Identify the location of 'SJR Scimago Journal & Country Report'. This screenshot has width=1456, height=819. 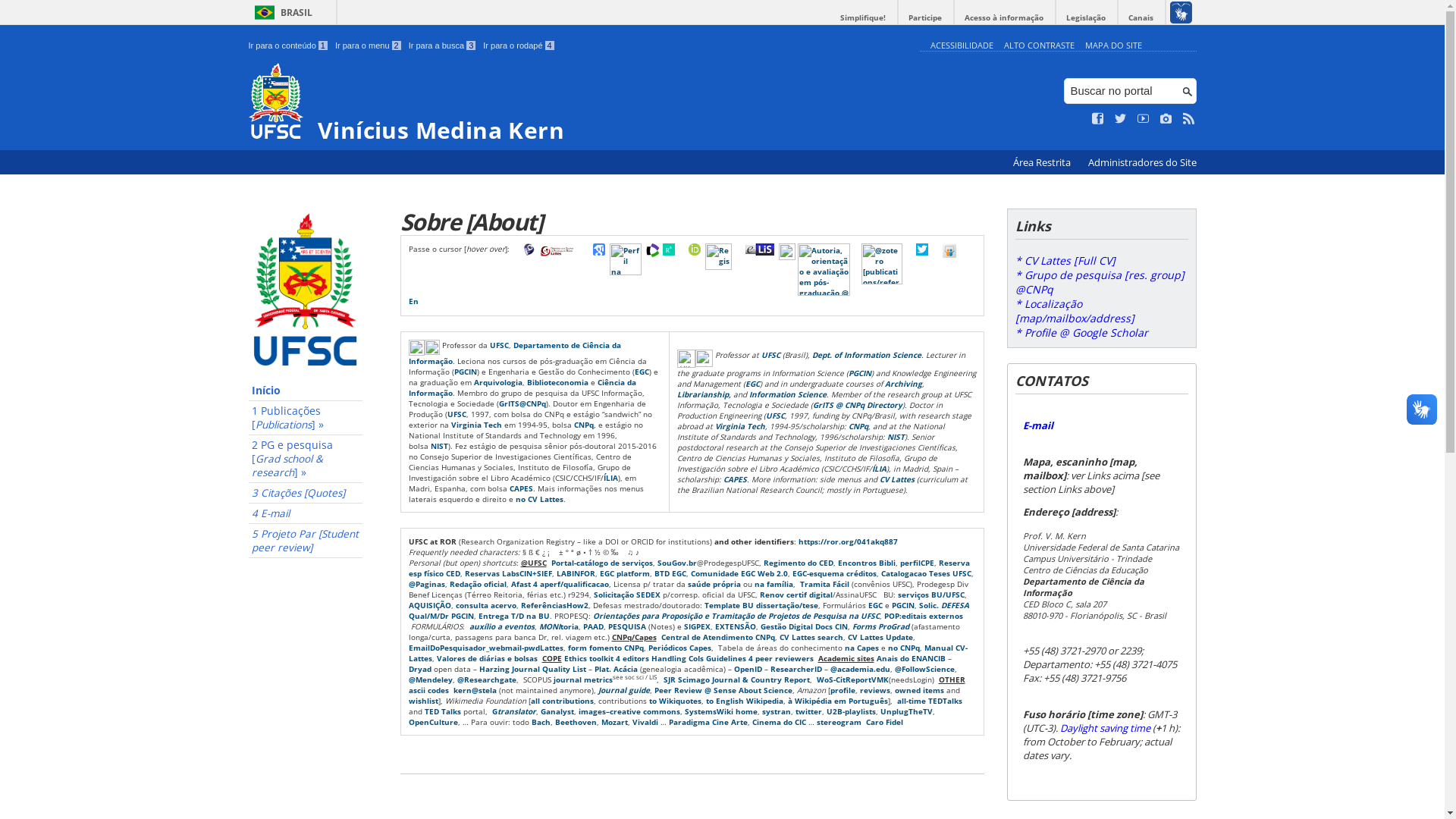
(736, 678).